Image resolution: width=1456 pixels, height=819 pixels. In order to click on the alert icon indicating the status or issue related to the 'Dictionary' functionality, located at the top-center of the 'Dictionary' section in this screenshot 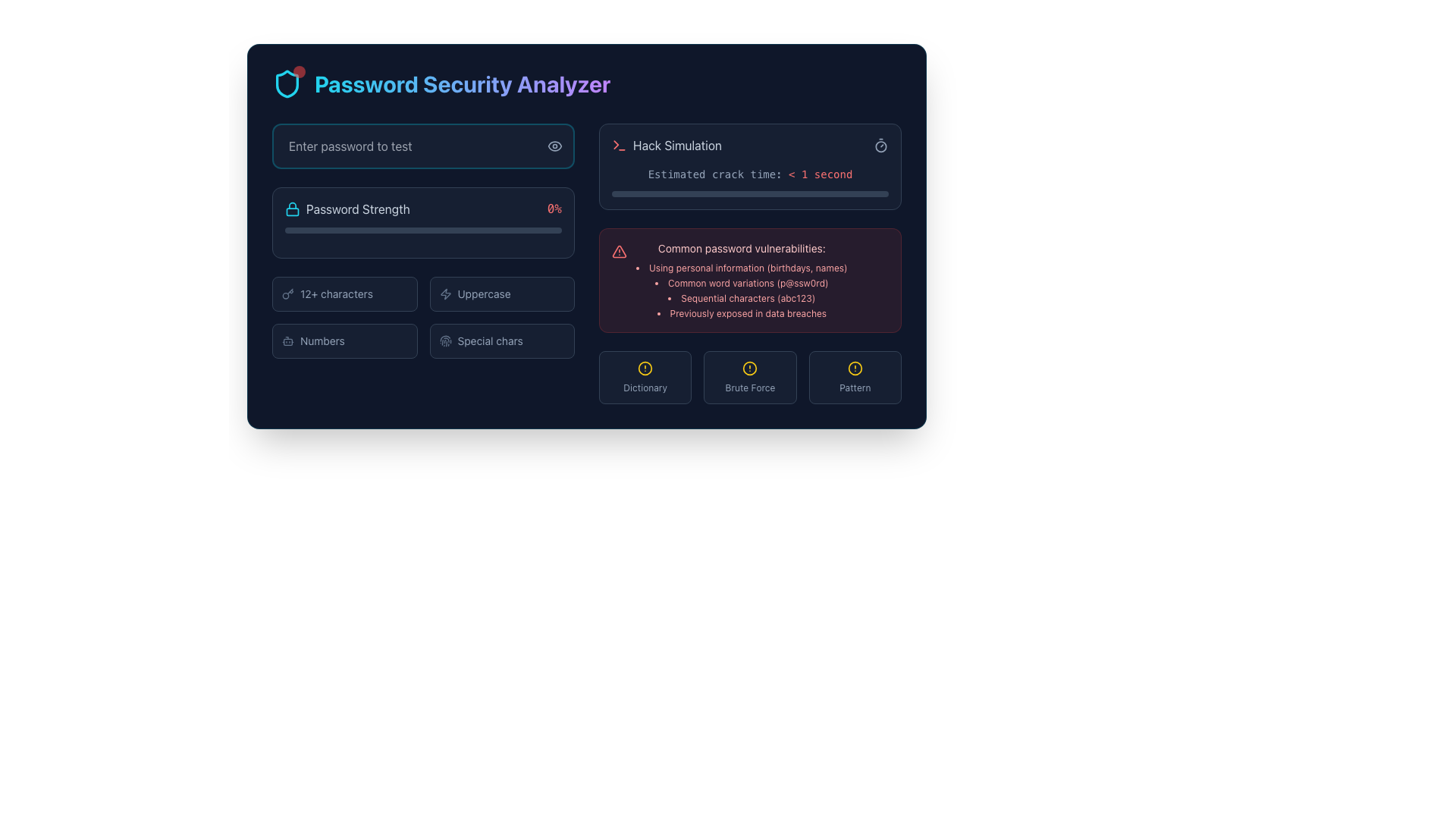, I will do `click(645, 369)`.